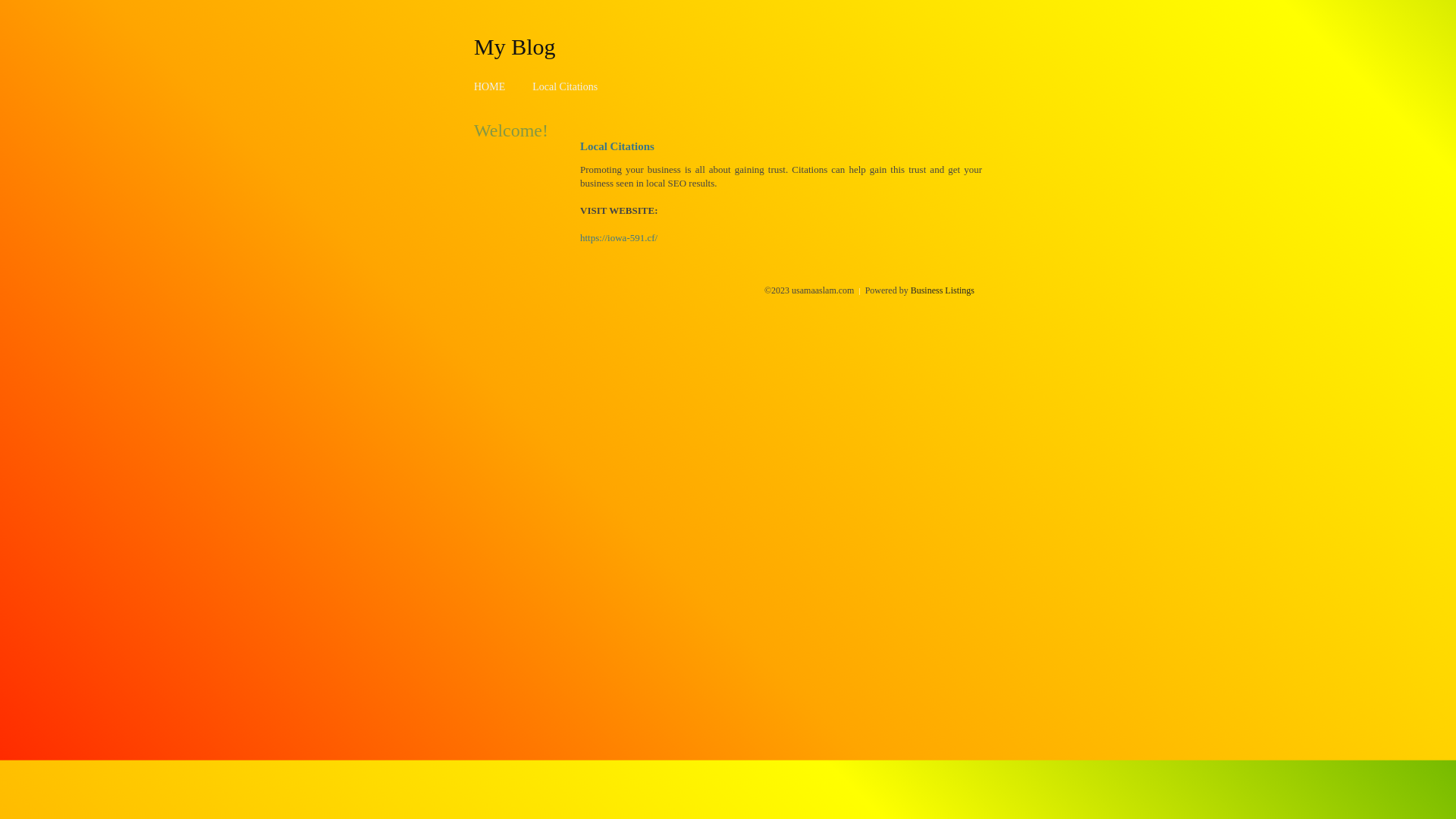  What do you see at coordinates (942, 290) in the screenshot?
I see `'Business Listings'` at bounding box center [942, 290].